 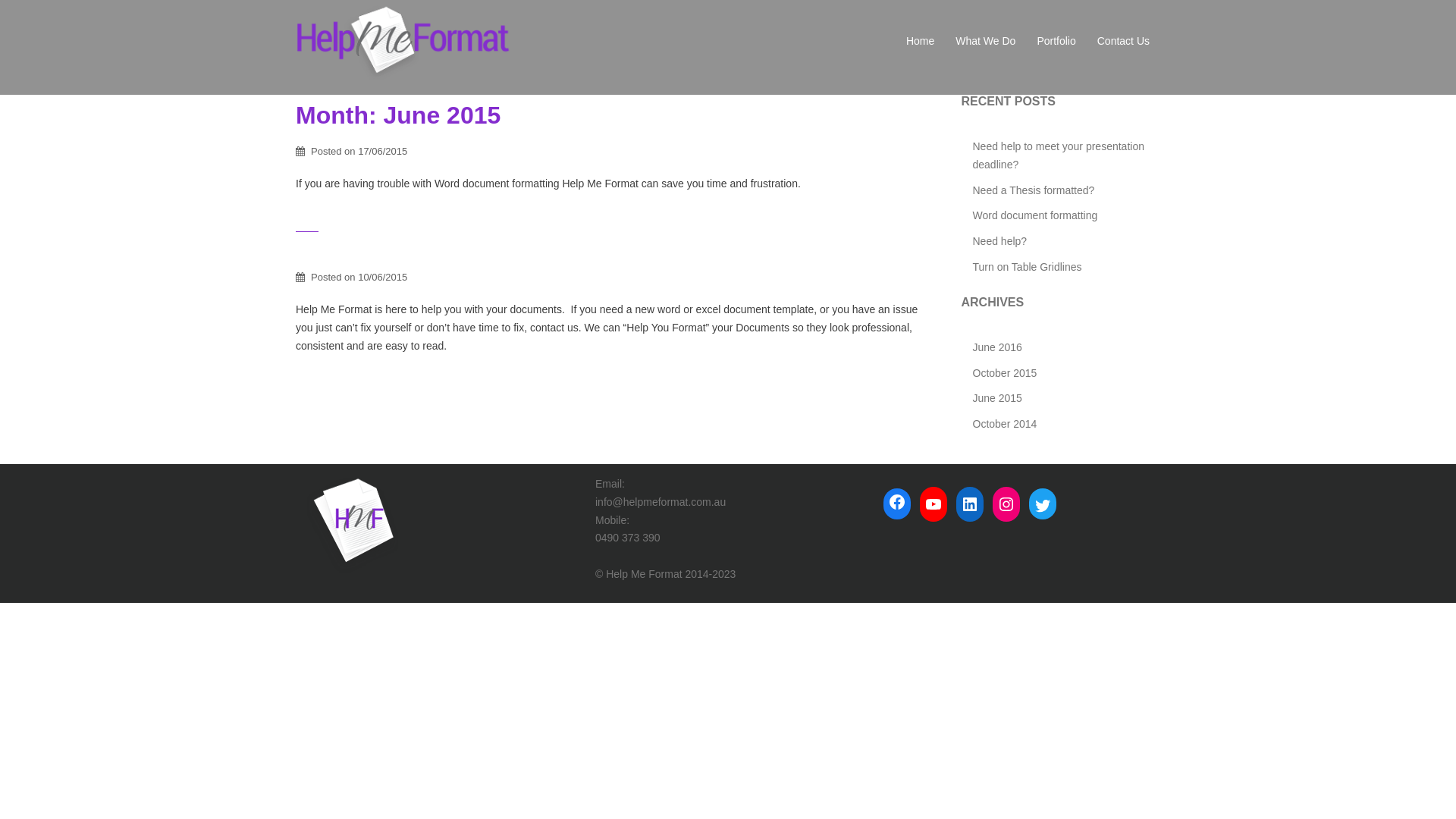 What do you see at coordinates (1029, 506) in the screenshot?
I see `'Twitter'` at bounding box center [1029, 506].